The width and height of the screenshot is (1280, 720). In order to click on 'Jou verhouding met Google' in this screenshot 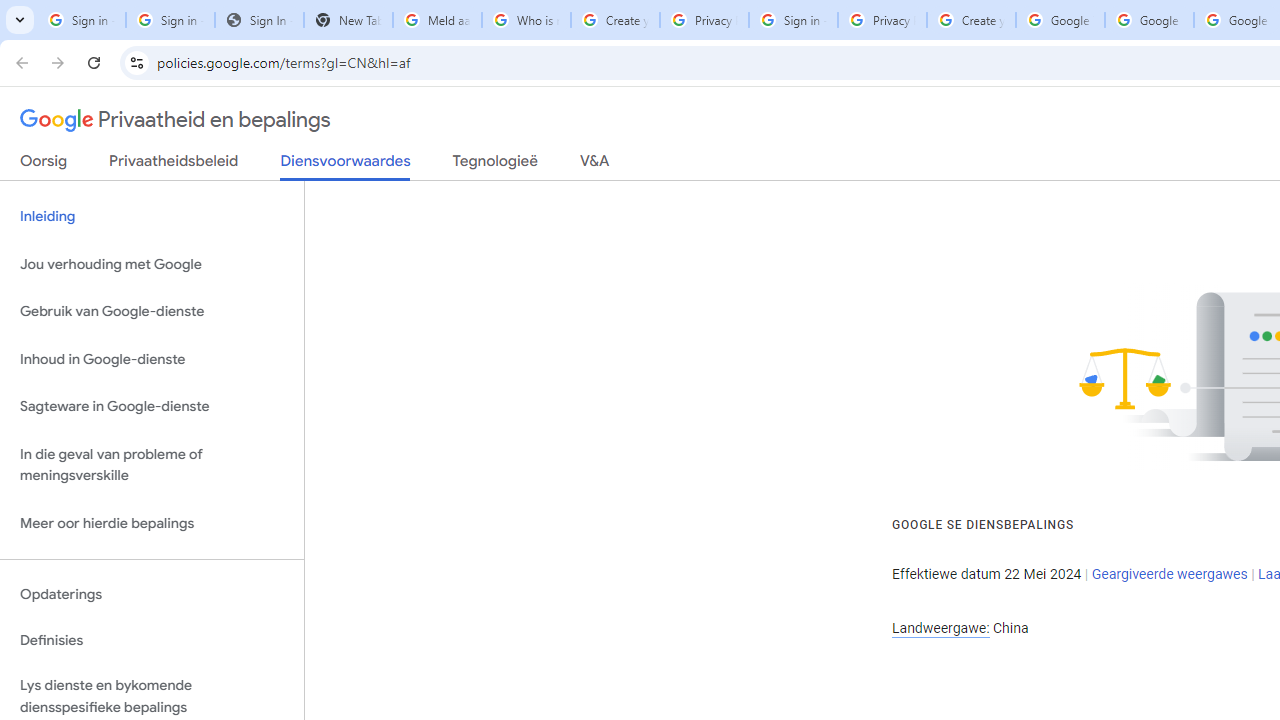, I will do `click(151, 263)`.